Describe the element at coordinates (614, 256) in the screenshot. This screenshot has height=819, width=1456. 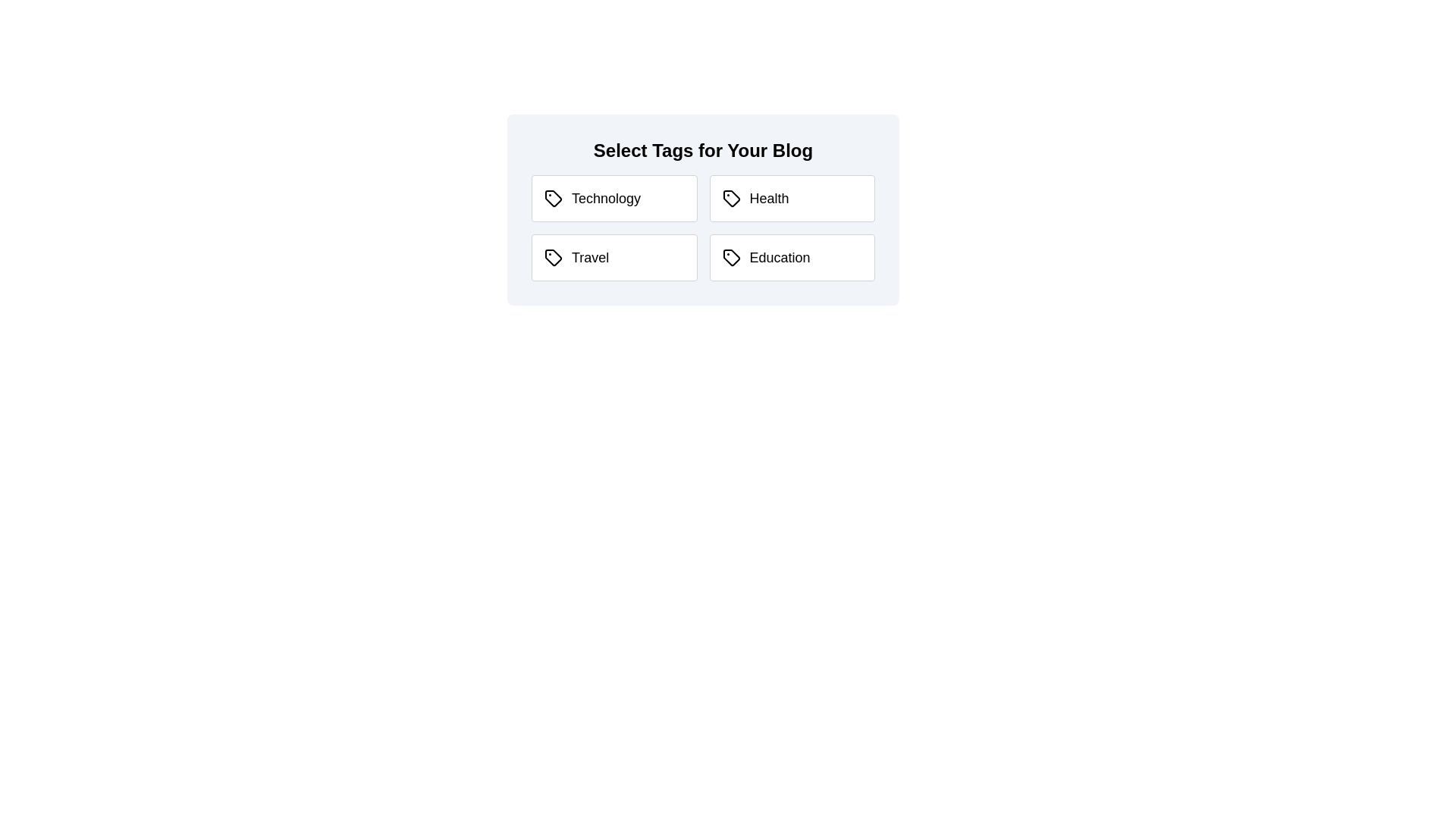
I see `the tag Travel to toggle its selection state` at that location.